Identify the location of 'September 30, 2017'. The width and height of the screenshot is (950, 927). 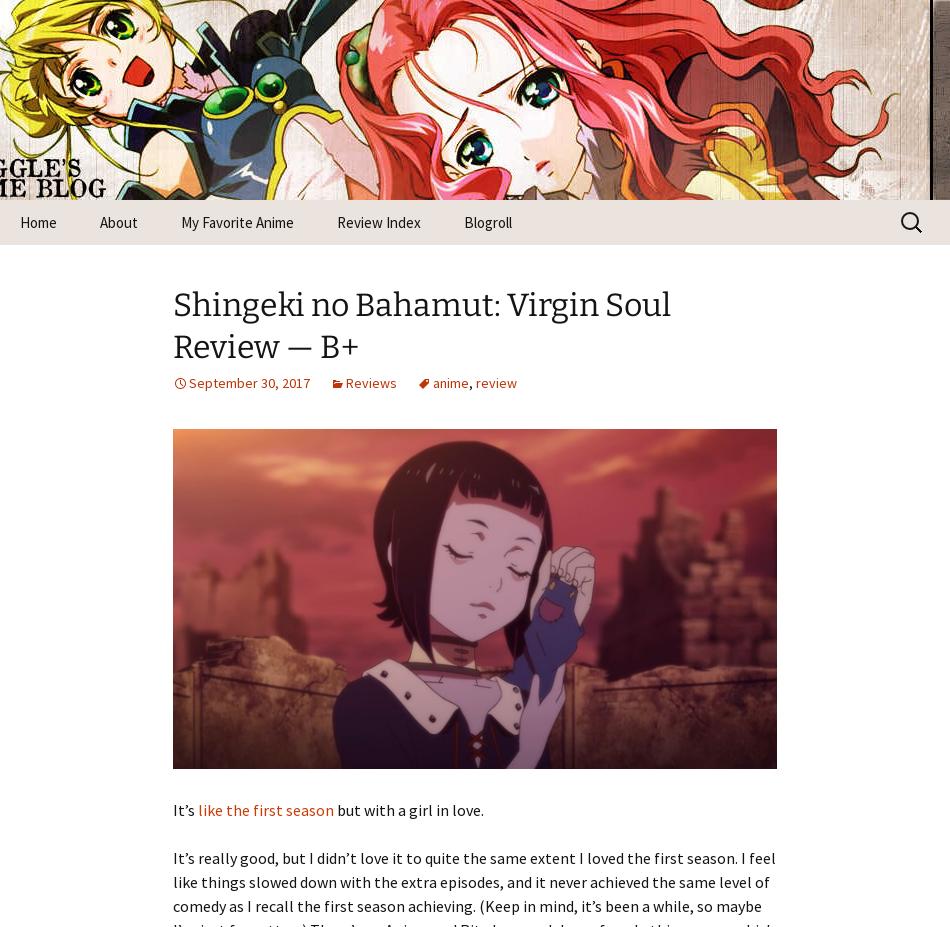
(248, 382).